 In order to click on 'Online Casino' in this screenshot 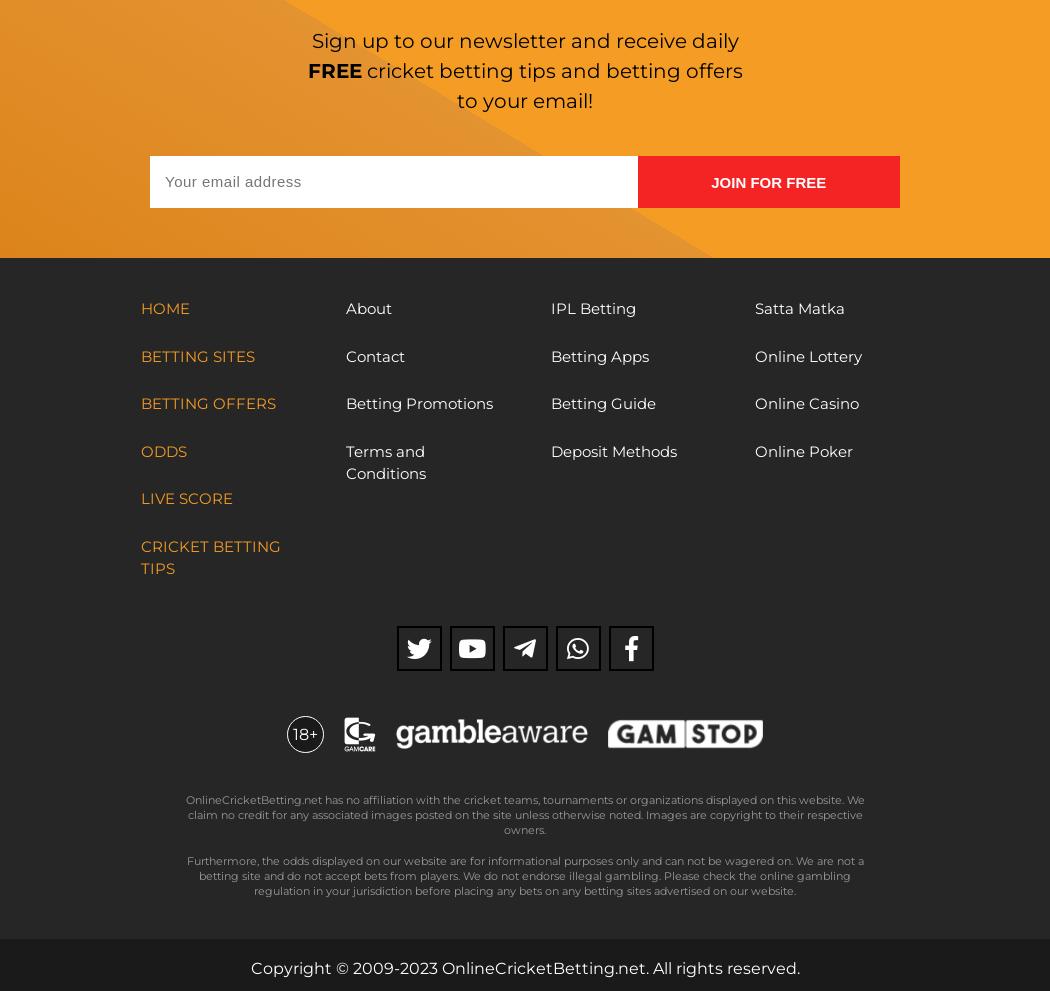, I will do `click(806, 402)`.